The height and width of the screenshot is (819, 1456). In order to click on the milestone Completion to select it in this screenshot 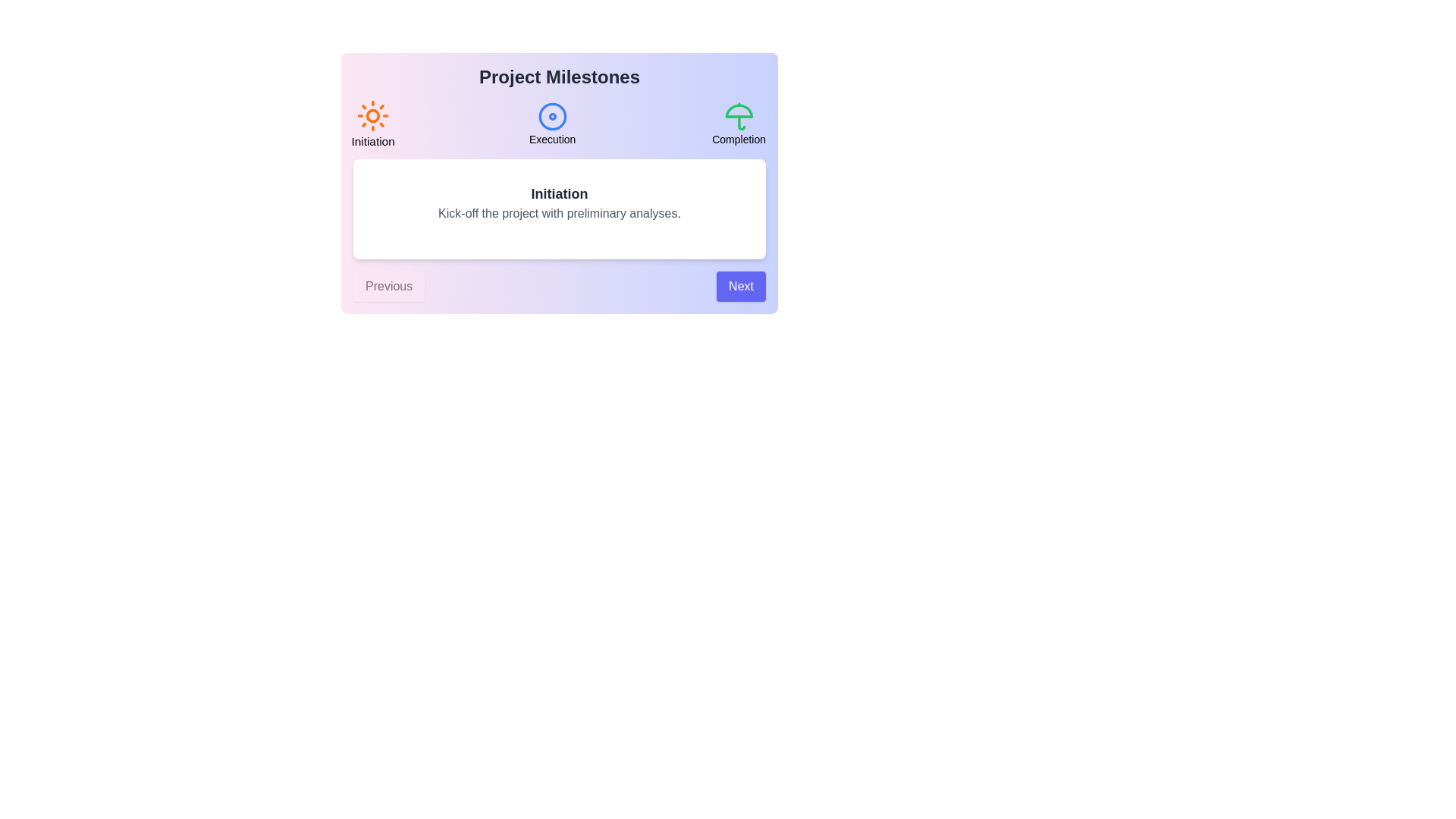, I will do `click(739, 124)`.